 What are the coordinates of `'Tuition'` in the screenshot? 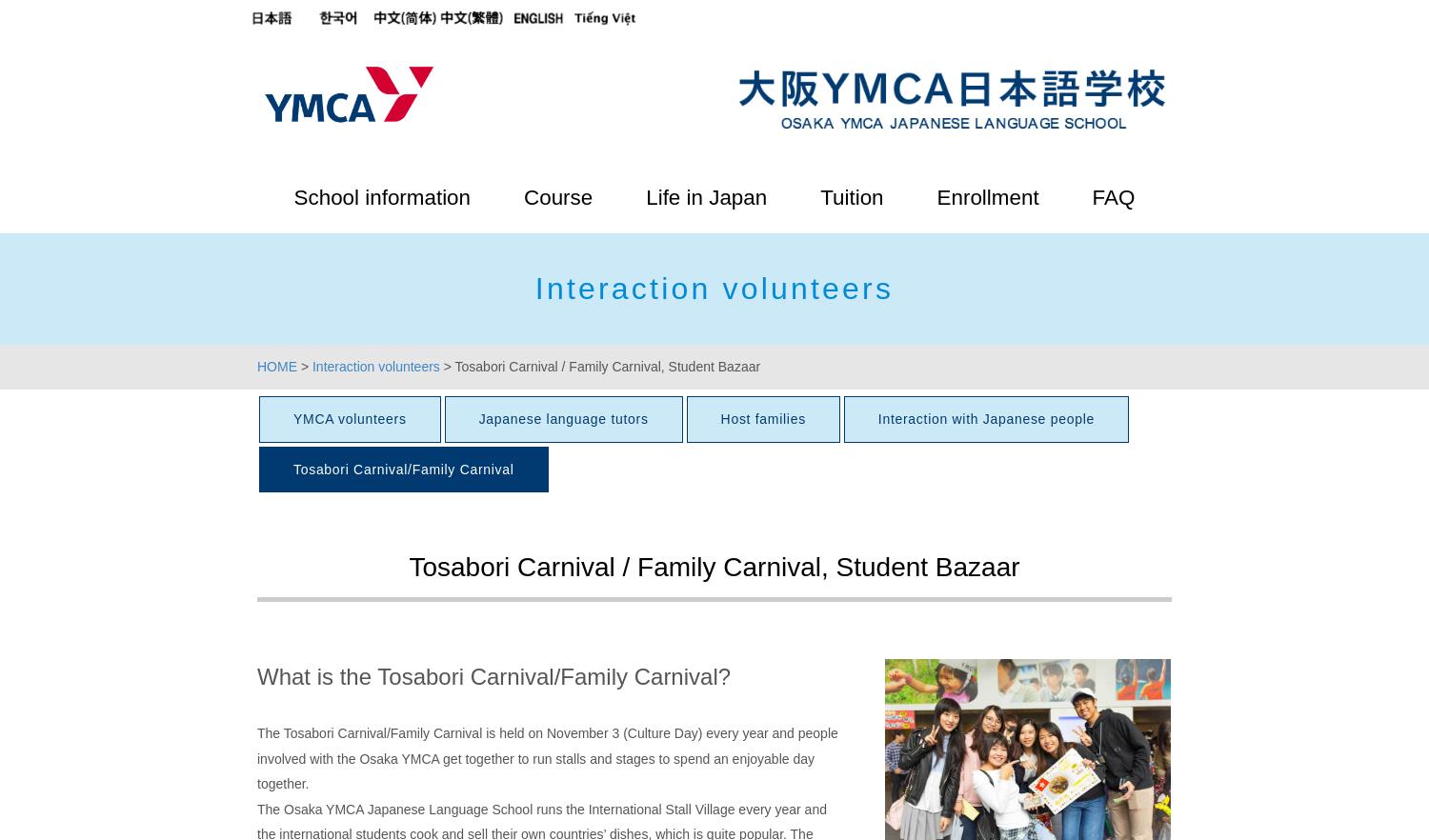 It's located at (852, 197).